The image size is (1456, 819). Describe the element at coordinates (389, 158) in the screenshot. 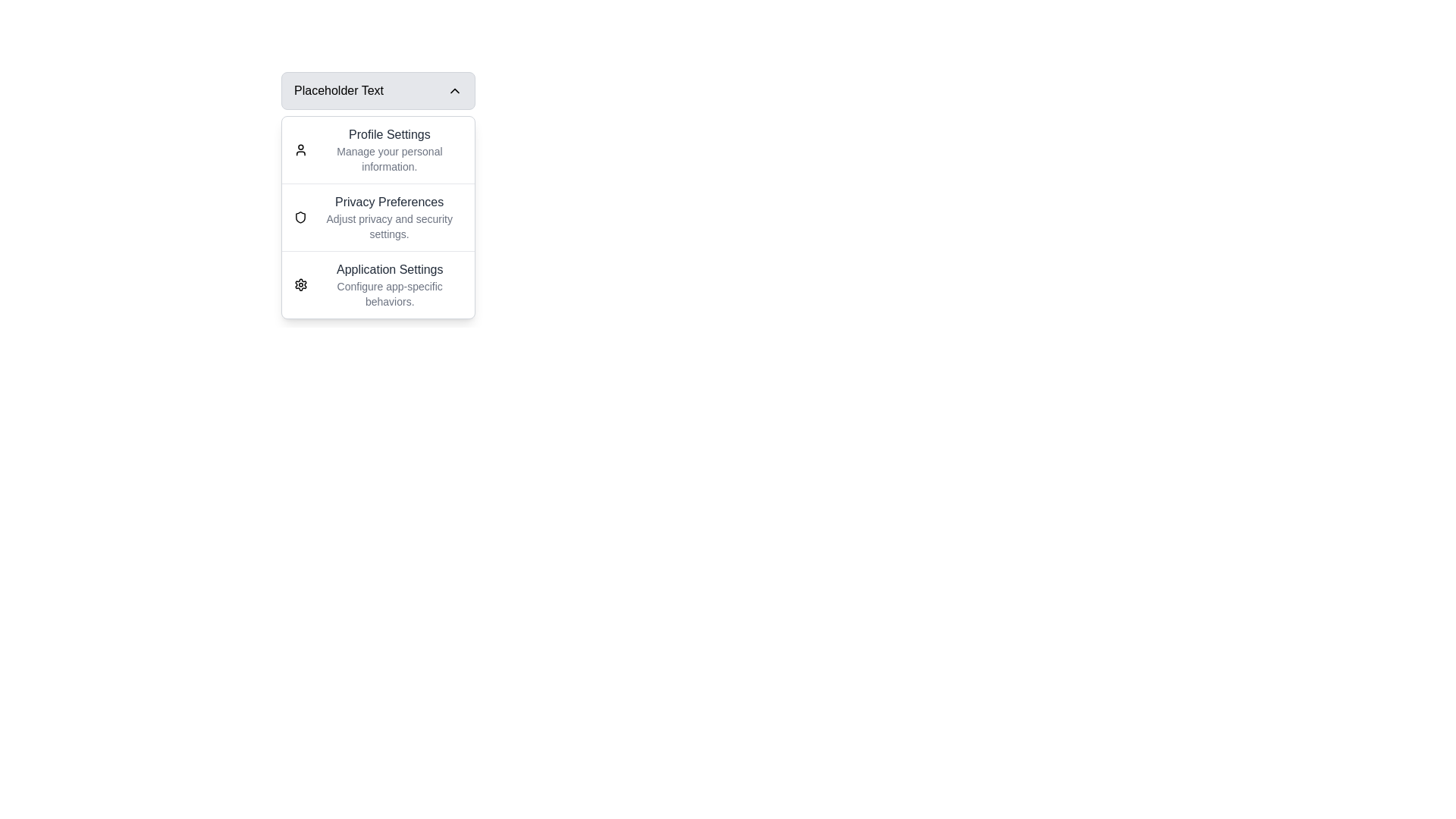

I see `the text label that reads 'Manage your personal information.' which is located directly under 'Profile Settings' in the dropdown menu` at that location.